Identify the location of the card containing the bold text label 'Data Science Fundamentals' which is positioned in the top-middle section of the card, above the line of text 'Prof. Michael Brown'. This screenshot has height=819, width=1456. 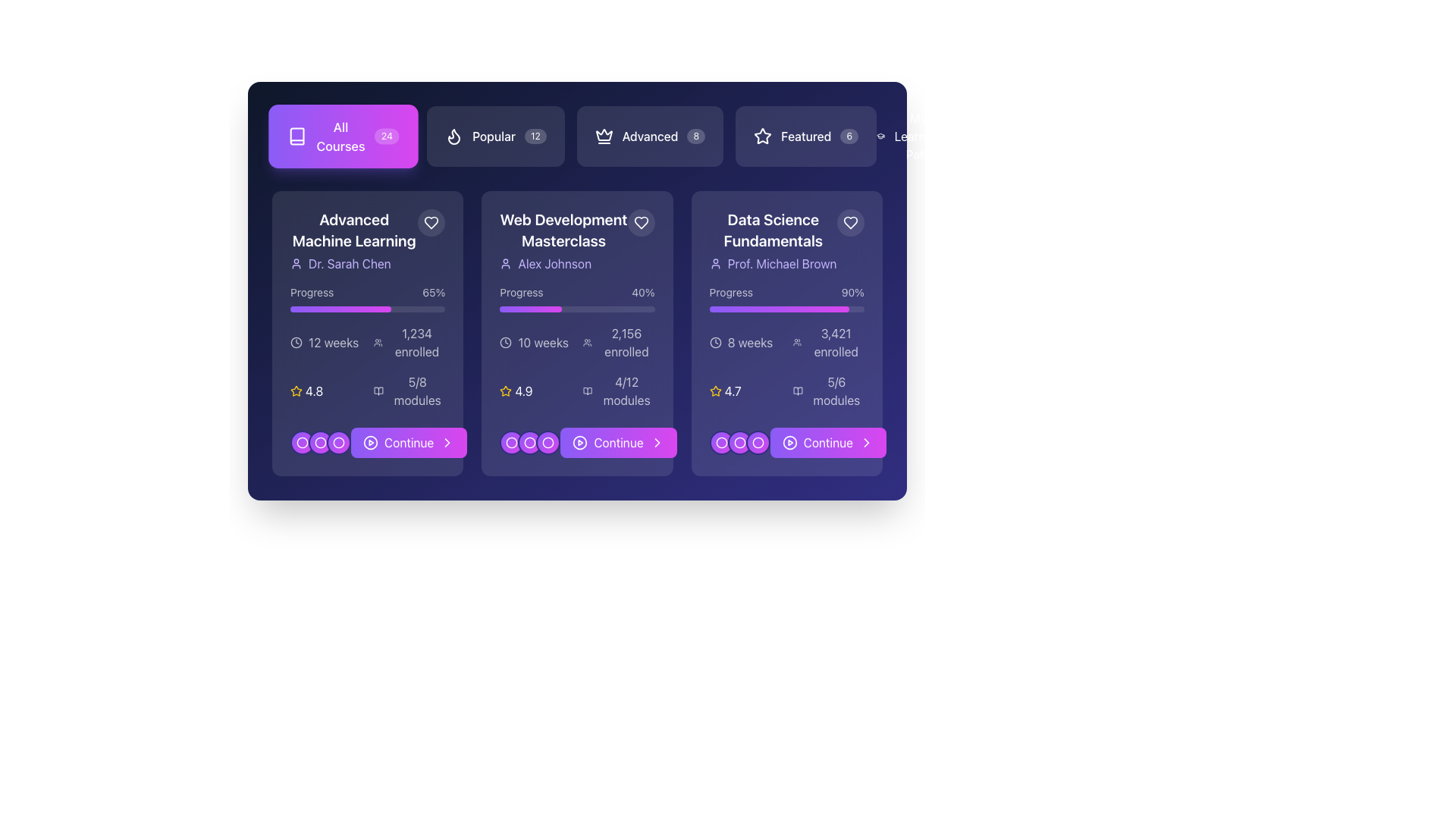
(773, 231).